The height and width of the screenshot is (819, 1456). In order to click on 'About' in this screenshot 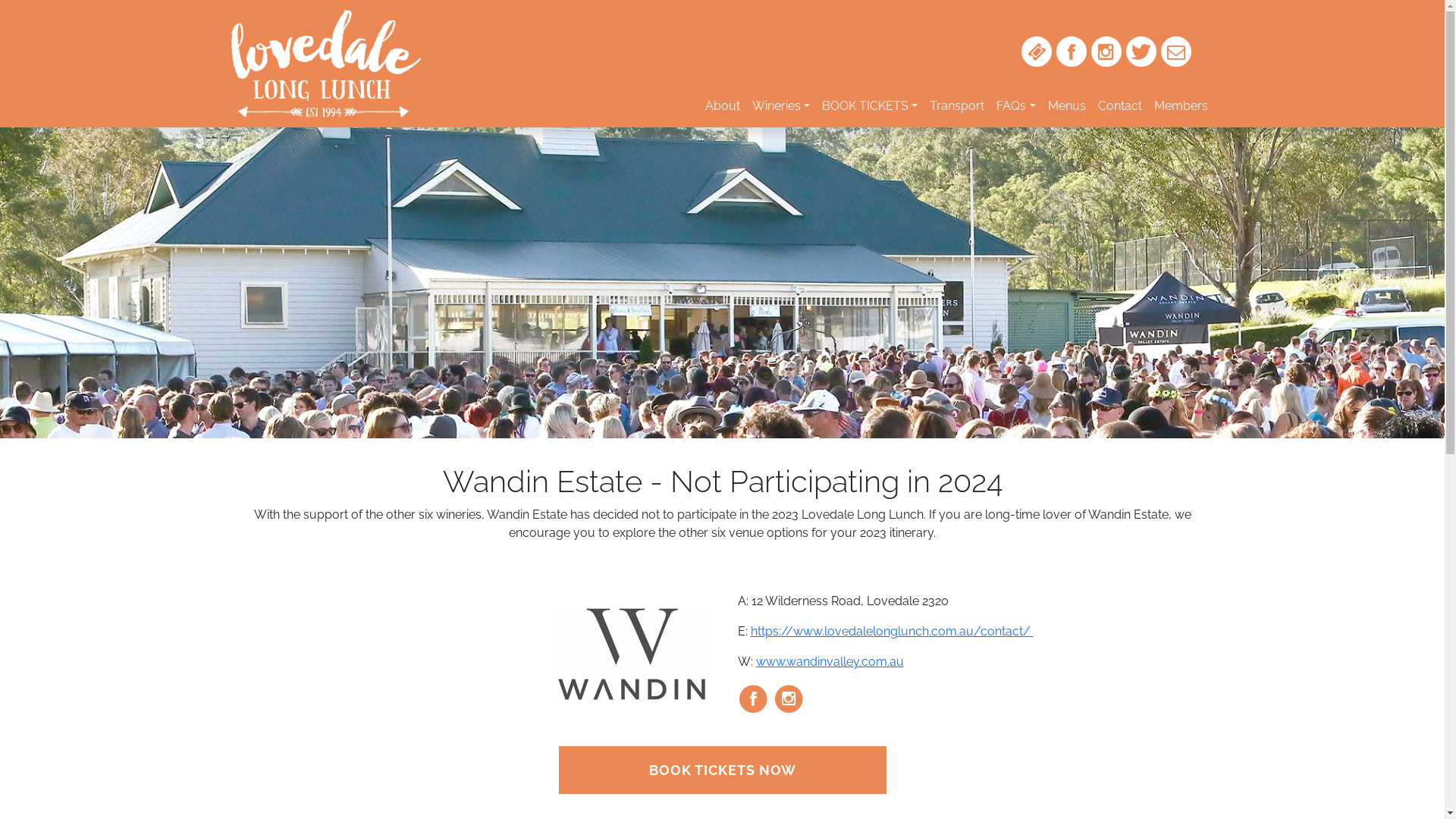, I will do `click(722, 105)`.